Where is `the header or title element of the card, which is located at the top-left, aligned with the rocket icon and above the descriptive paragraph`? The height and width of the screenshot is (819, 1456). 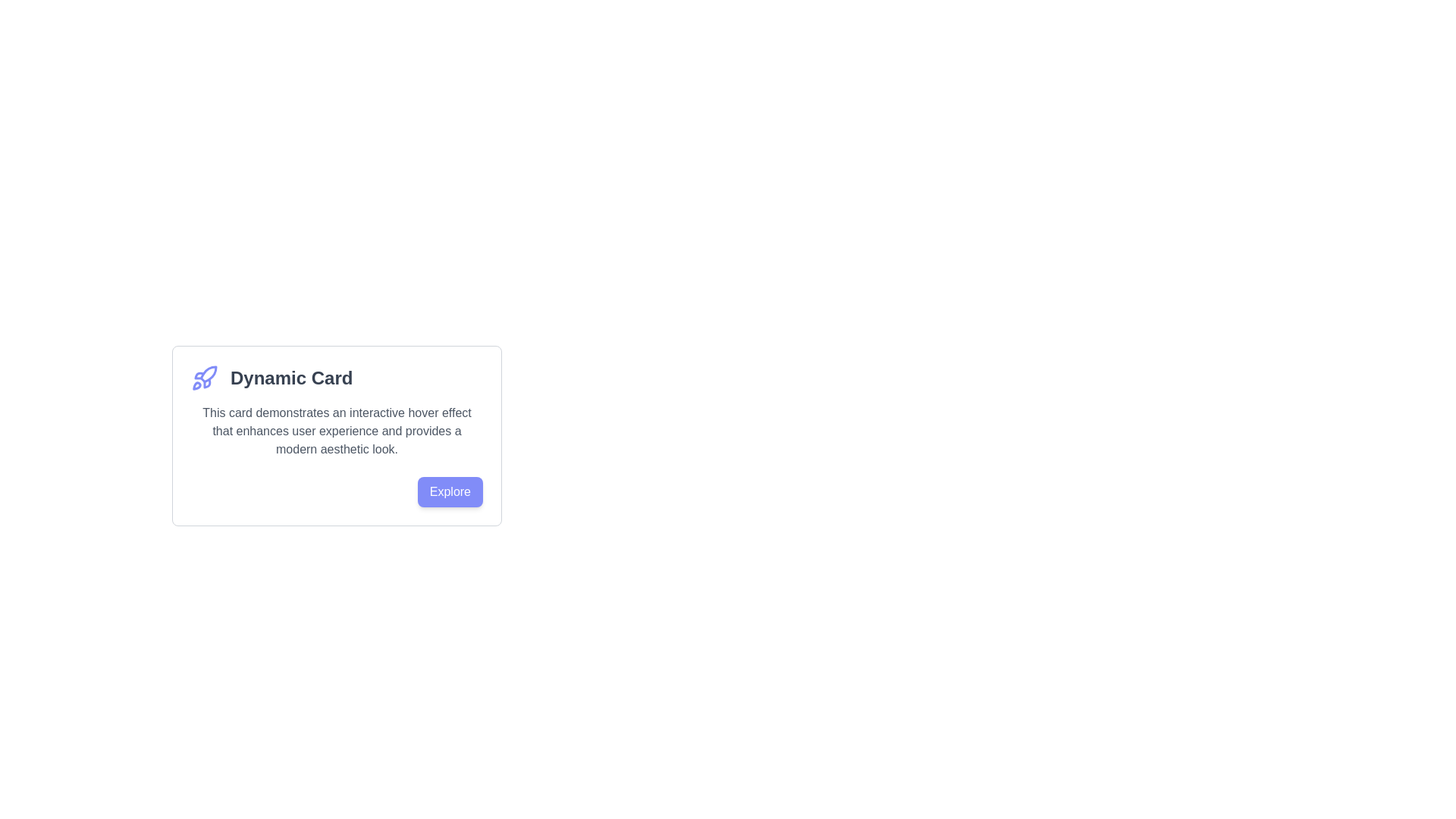
the header or title element of the card, which is located at the top-left, aligned with the rocket icon and above the descriptive paragraph is located at coordinates (336, 377).